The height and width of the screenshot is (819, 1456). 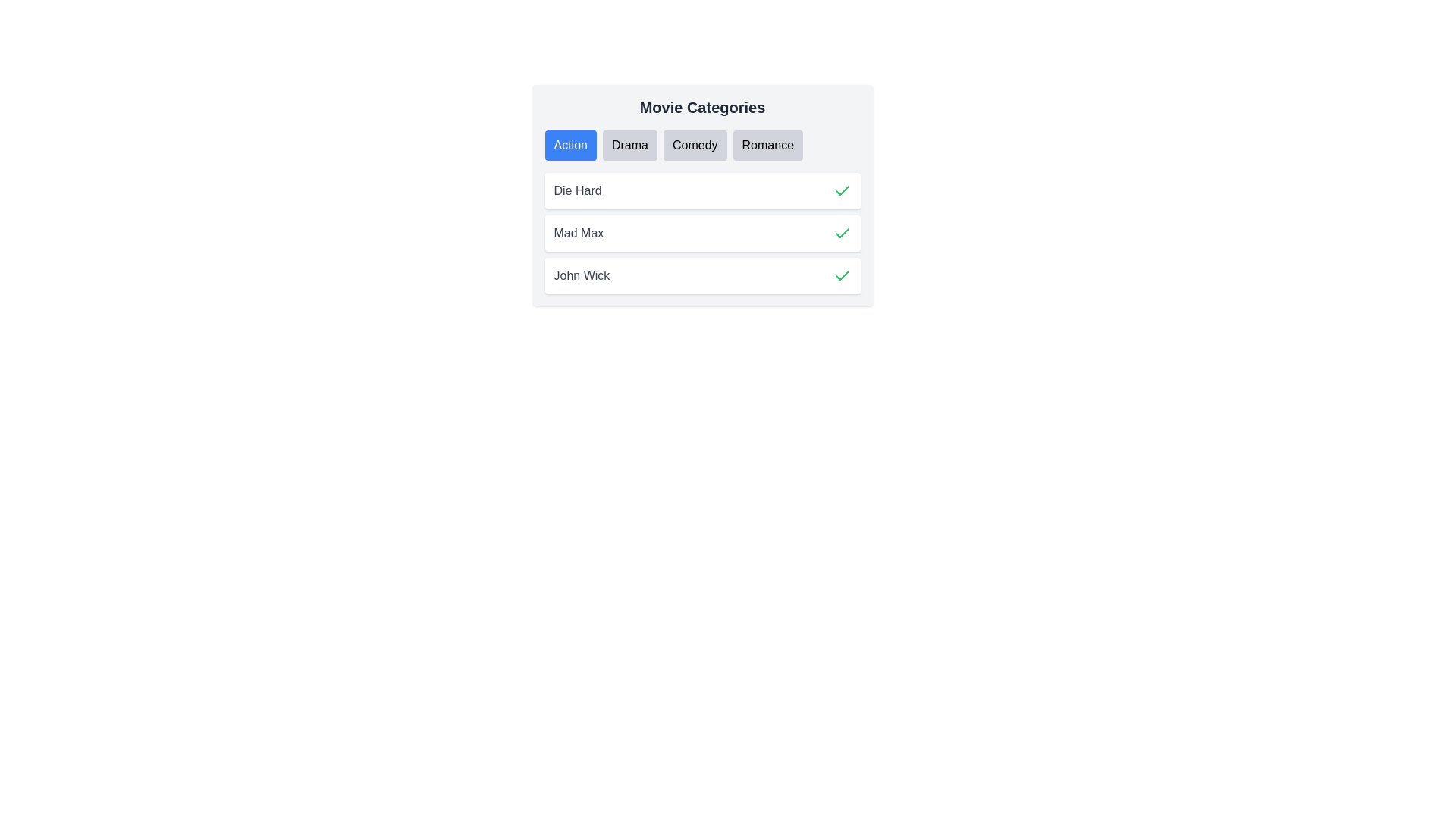 What do you see at coordinates (841, 190) in the screenshot?
I see `the green checkmark icon indicating completion, positioned at the right end of the 'Mad Max' movie entry in the content list` at bounding box center [841, 190].